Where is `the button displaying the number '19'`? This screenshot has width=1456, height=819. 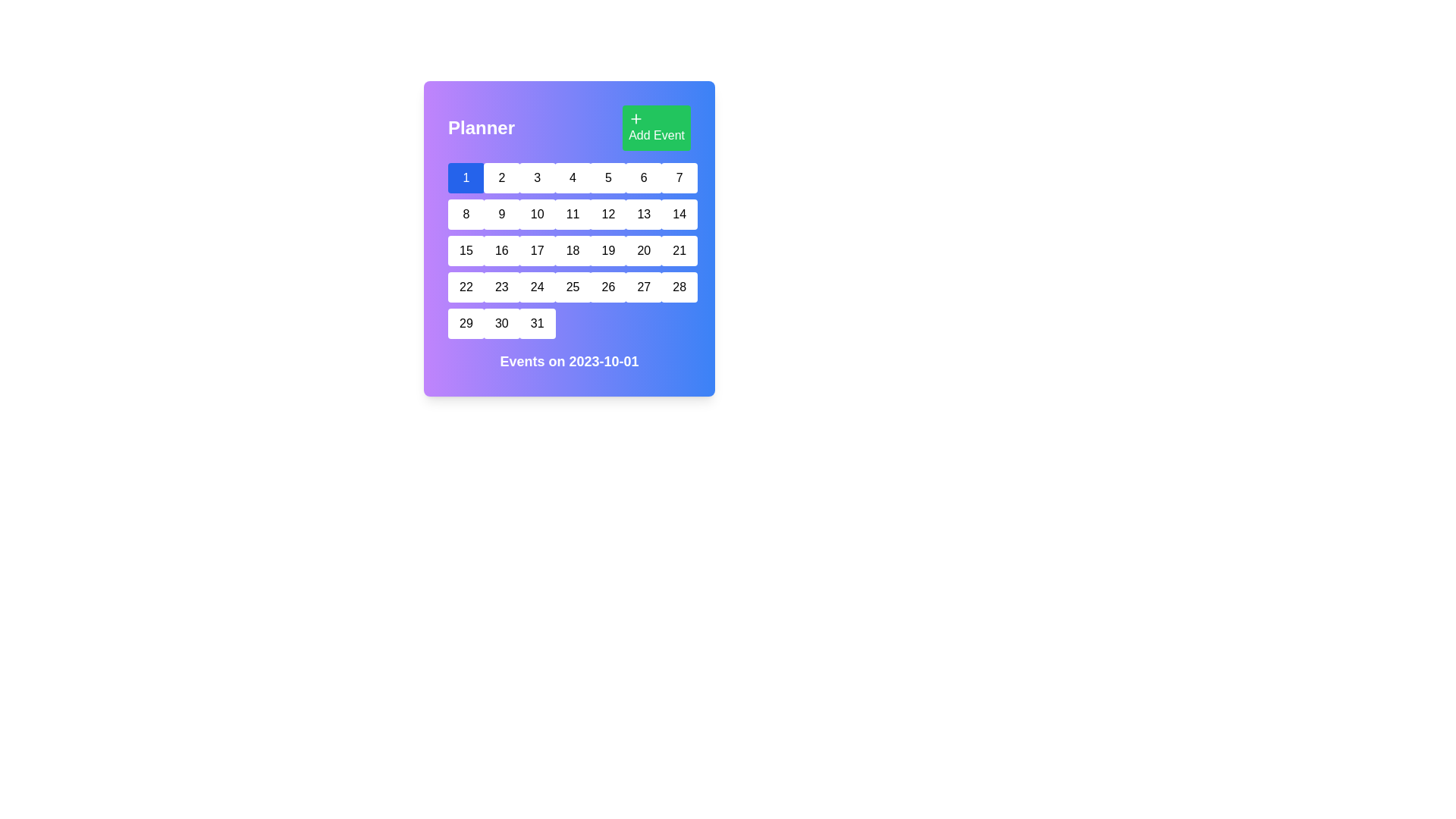
the button displaying the number '19' is located at coordinates (608, 250).